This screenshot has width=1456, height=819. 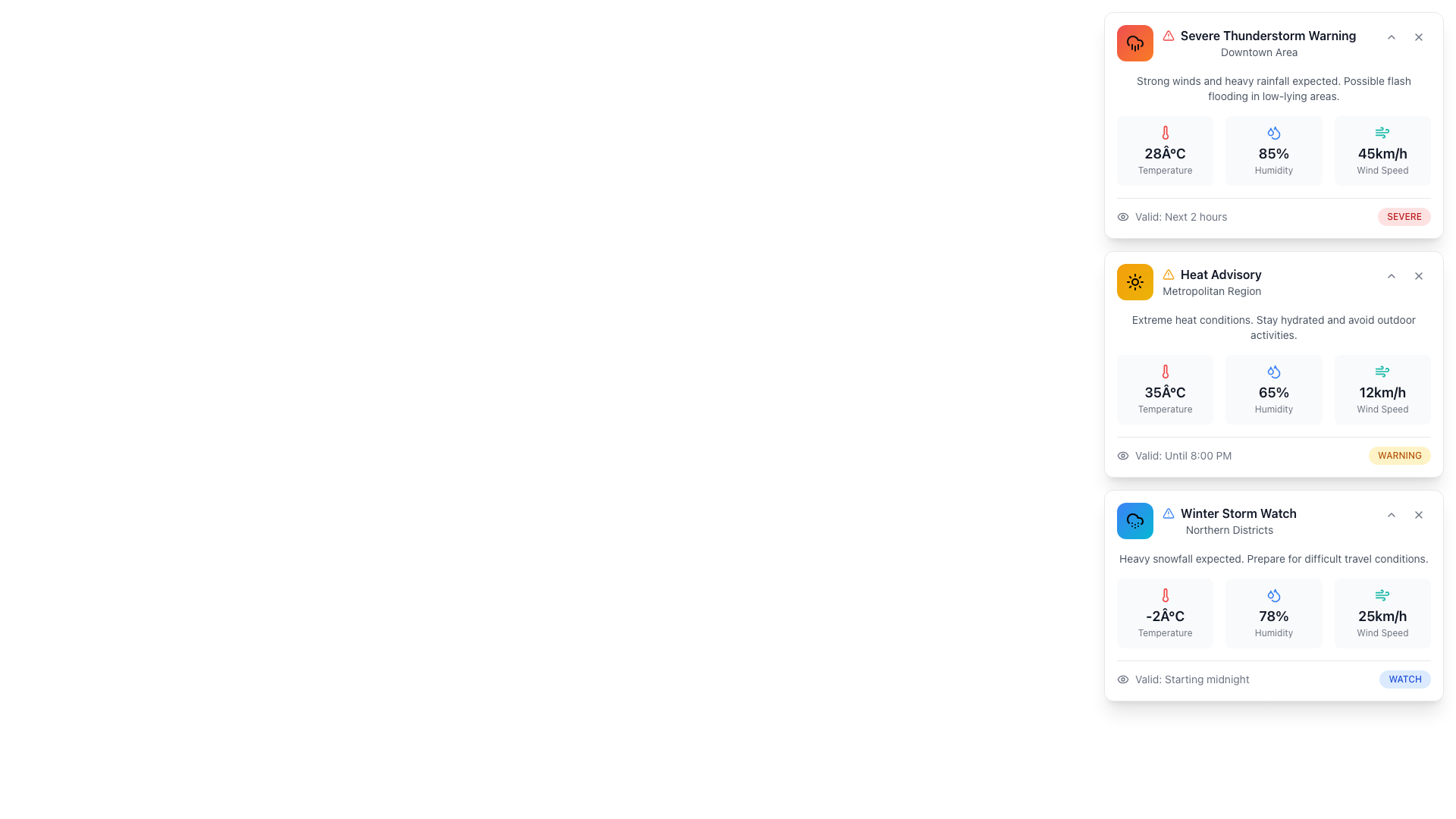 I want to click on 'Humidity' text label element located in the third card from the top in the right-aligned column of weather warnings, positioned below the '78%' text, so click(x=1274, y=632).